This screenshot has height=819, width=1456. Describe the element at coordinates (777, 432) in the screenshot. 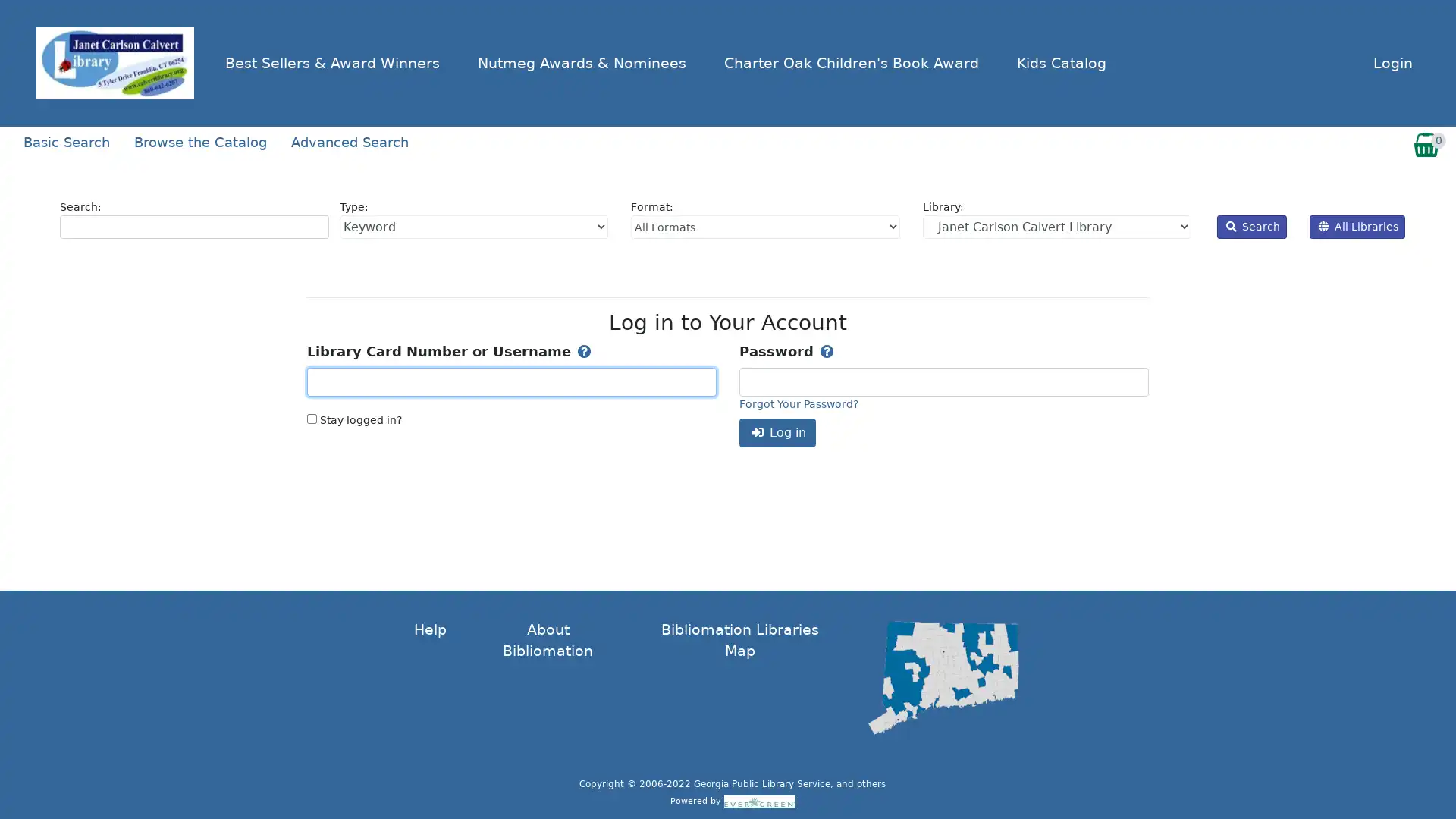

I see `Log in` at that location.